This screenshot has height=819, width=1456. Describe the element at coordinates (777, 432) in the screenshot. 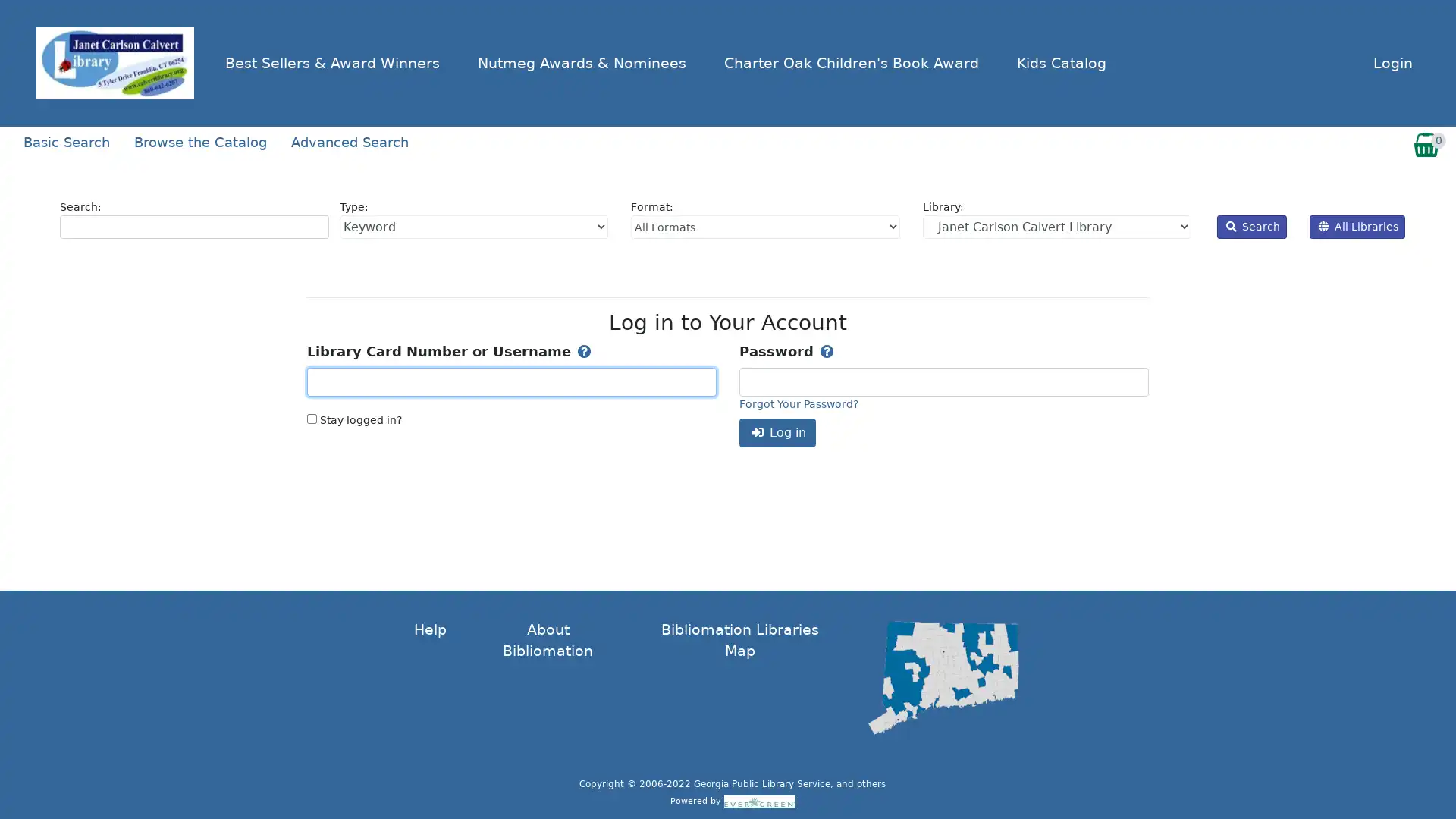

I see `Log in` at that location.